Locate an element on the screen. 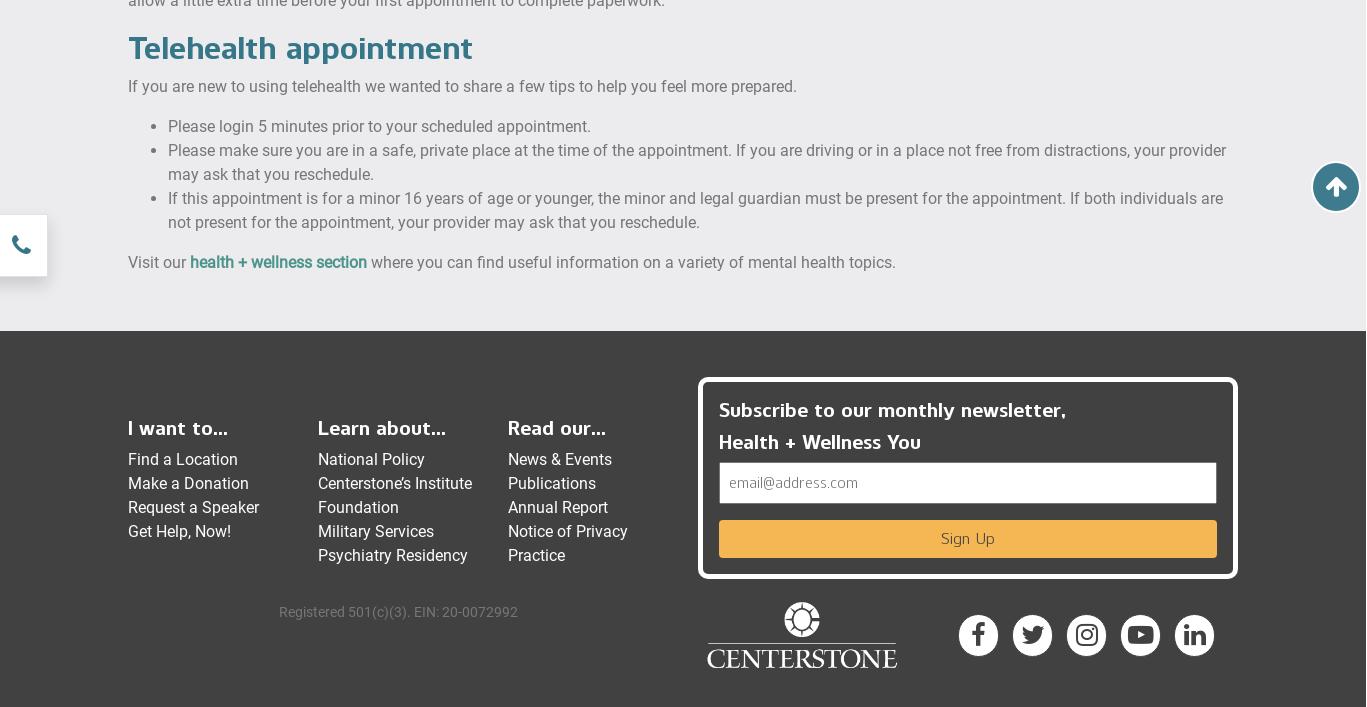 The height and width of the screenshot is (707, 1367). 'Learn about...' is located at coordinates (381, 426).